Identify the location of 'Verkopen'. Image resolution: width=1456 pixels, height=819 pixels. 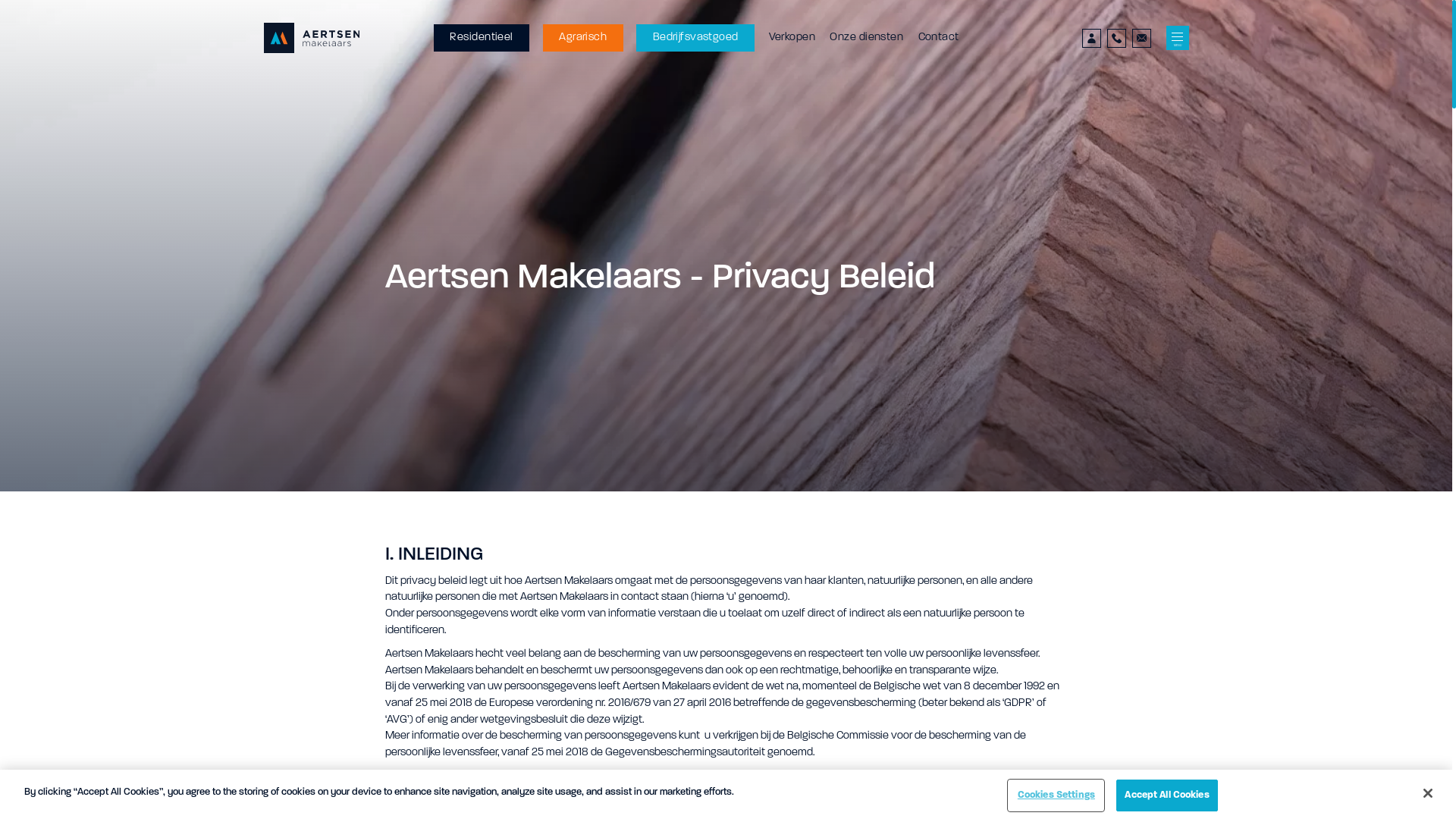
(791, 37).